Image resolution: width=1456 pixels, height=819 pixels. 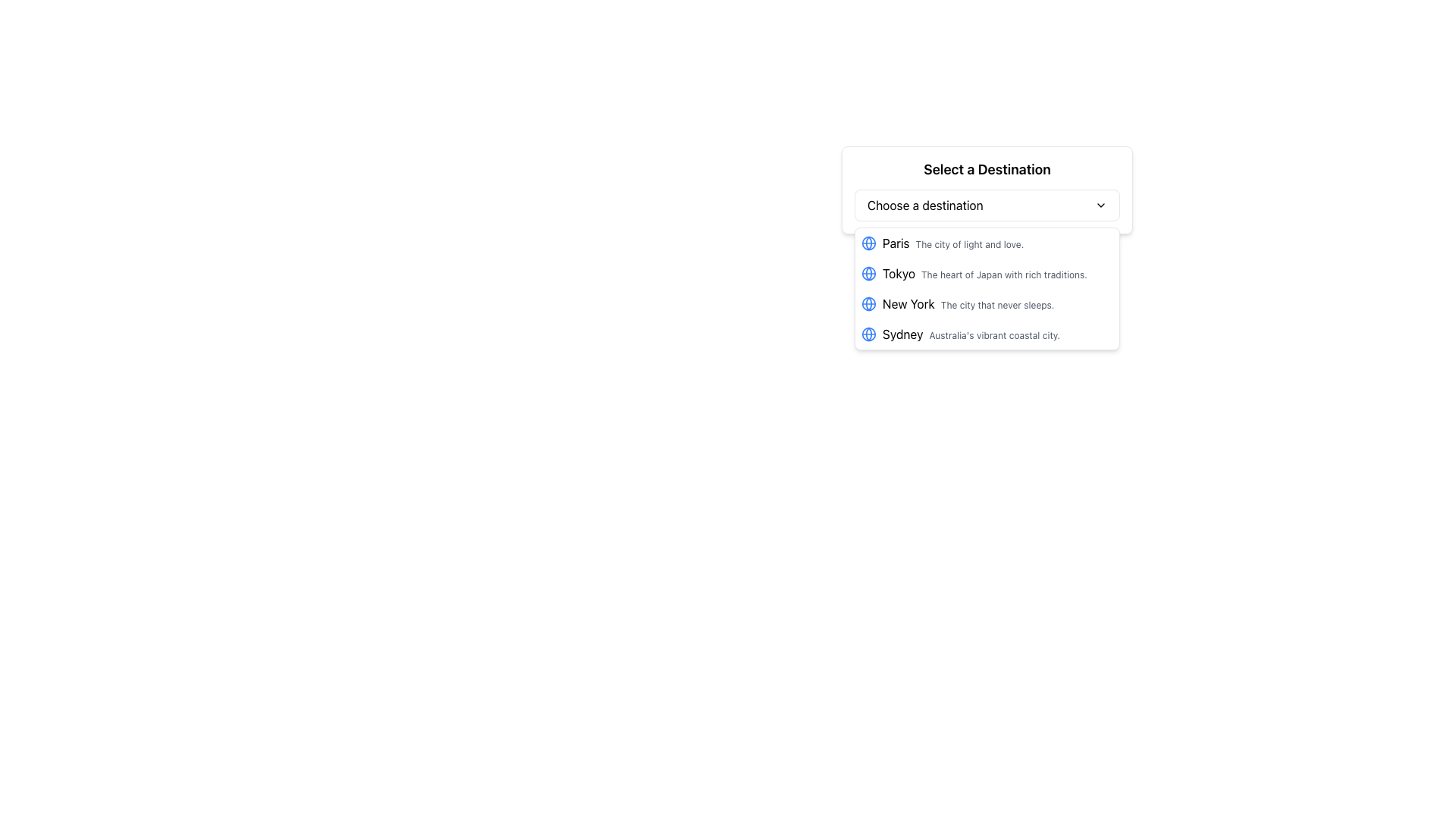 What do you see at coordinates (869, 333) in the screenshot?
I see `the graphical representation of the small curve within the globe icon that precedes the list item labeled 'Paris'` at bounding box center [869, 333].